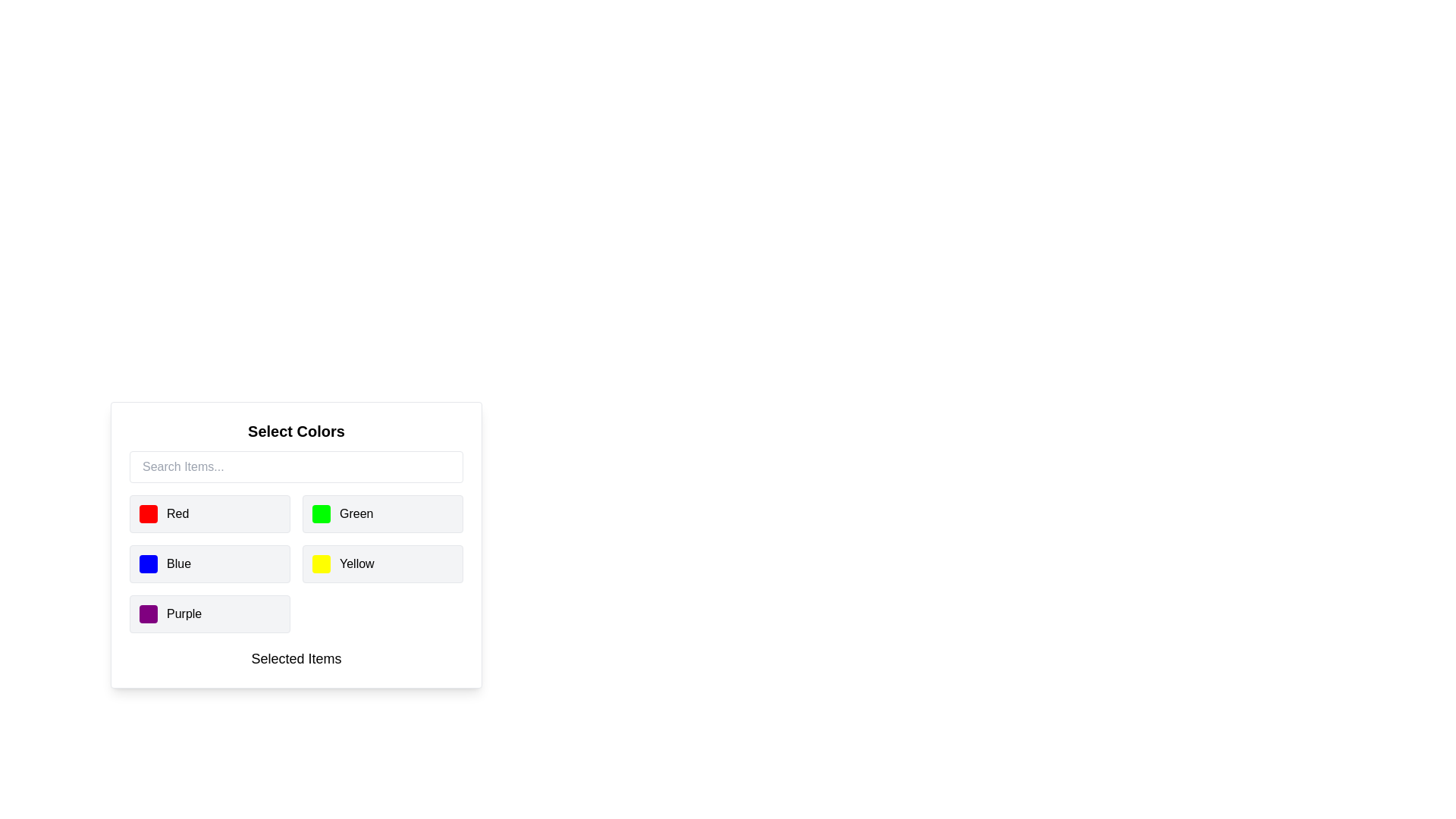  What do you see at coordinates (382, 564) in the screenshot?
I see `the selectable item labeled 'Yellow' in the 'Select Colors' grid layout, located in the second column, third row` at bounding box center [382, 564].